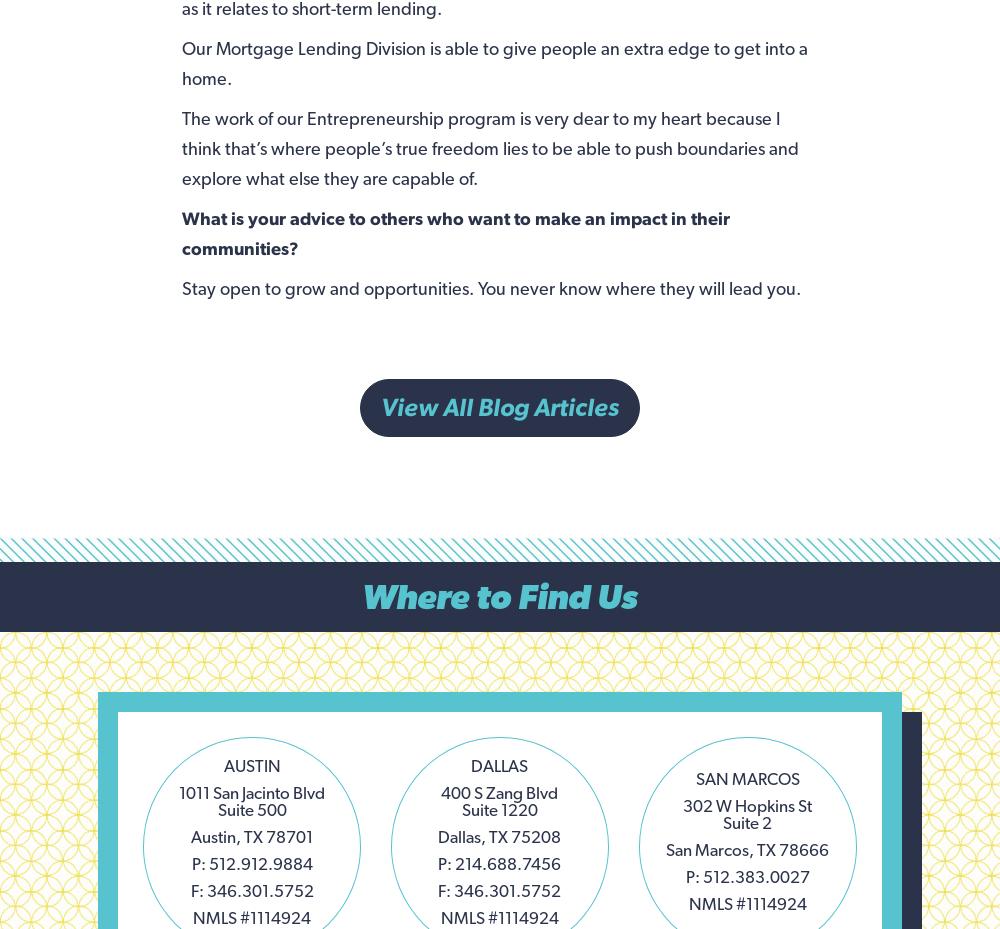 The height and width of the screenshot is (929, 1000). I want to click on 'Stay open to grow and opportunities. You never know where they will lead you.', so click(489, 287).